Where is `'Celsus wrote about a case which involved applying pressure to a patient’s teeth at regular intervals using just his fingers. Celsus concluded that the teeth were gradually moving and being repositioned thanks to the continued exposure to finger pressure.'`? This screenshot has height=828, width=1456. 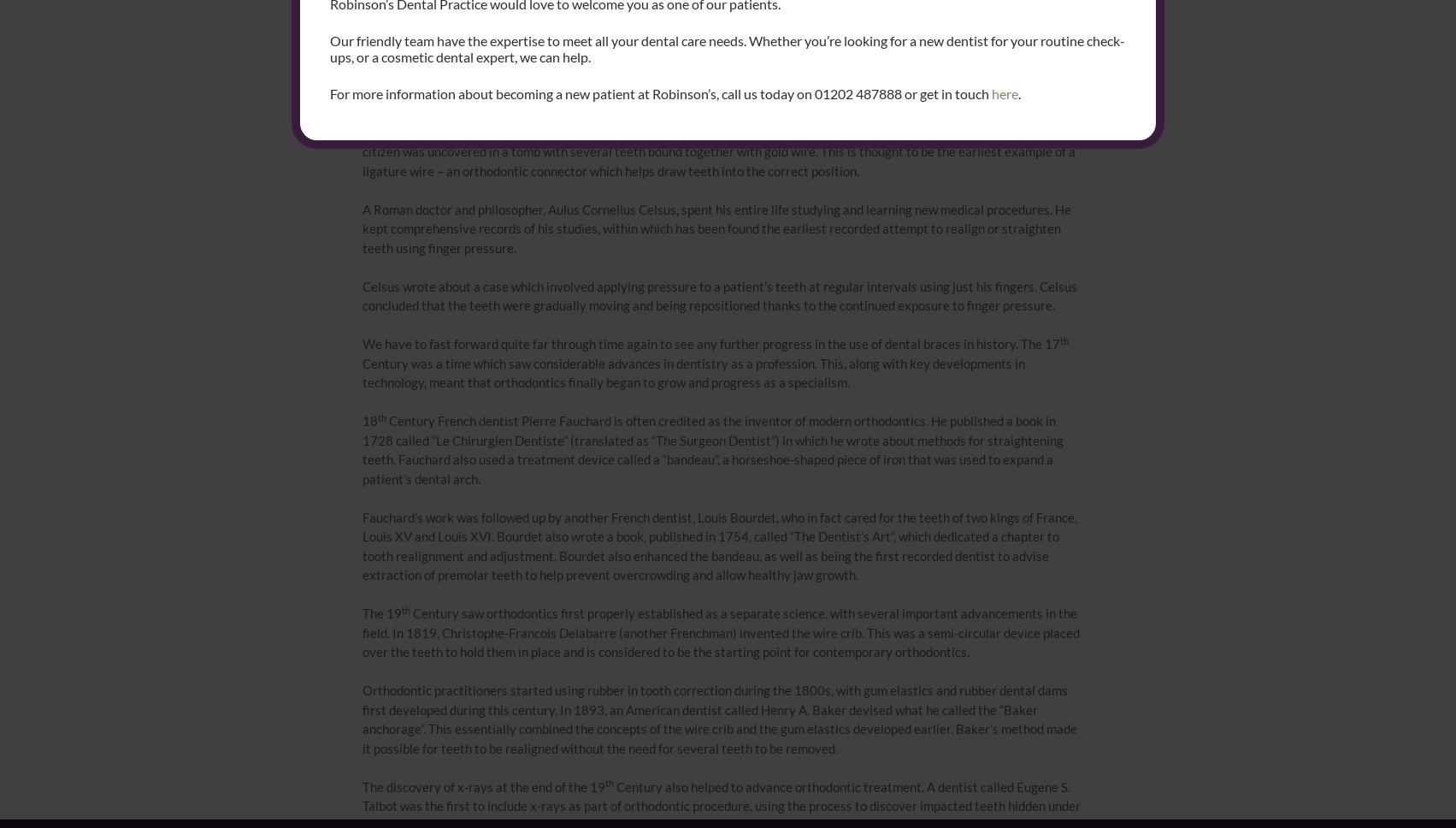 'Celsus wrote about a case which involved applying pressure to a patient’s teeth at regular intervals using just his fingers. Celsus concluded that the teeth were gradually moving and being repositioned thanks to the continued exposure to finger pressure.' is located at coordinates (719, 295).